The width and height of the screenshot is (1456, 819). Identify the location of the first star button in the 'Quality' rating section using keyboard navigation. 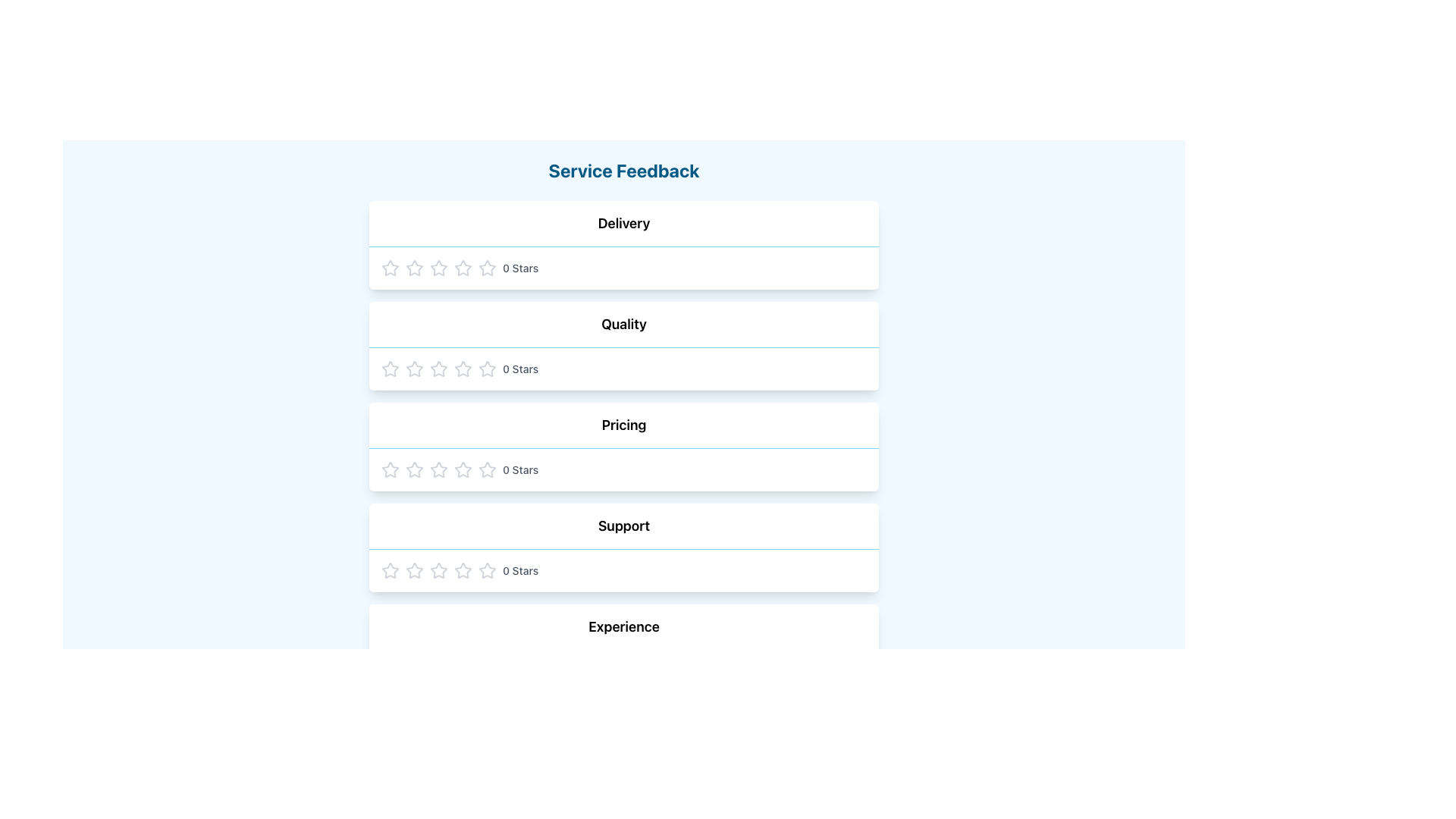
(462, 369).